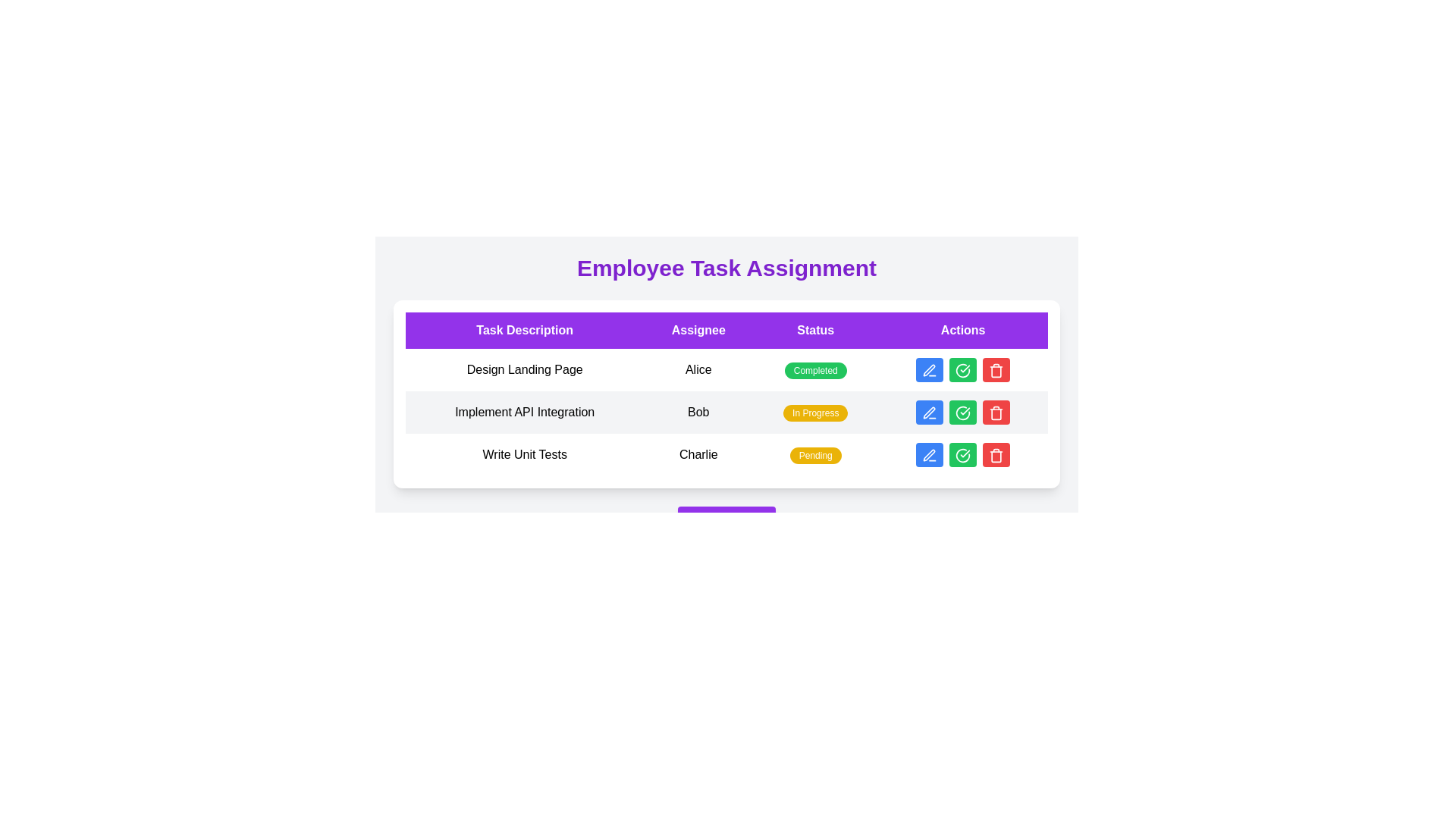 The width and height of the screenshot is (1456, 819). Describe the element at coordinates (726, 454) in the screenshot. I see `the task entry in the table, specifically the third row under the headers 'Task Description', 'Assignee', 'Status', and 'Actions', which contains details about the task and actionable buttons` at that location.